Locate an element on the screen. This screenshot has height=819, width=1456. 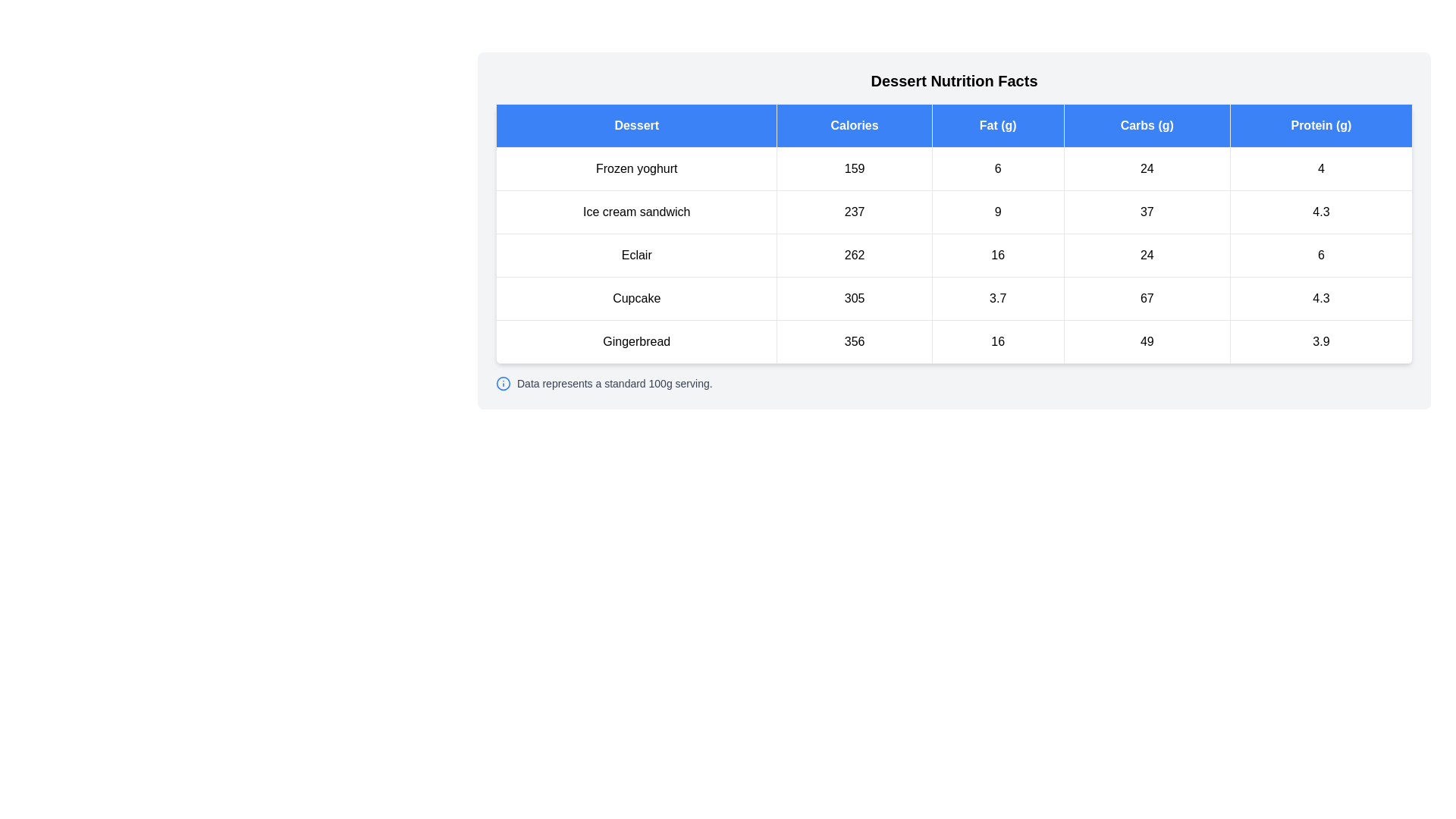
the row corresponding to Ice cream sandwich is located at coordinates (953, 212).